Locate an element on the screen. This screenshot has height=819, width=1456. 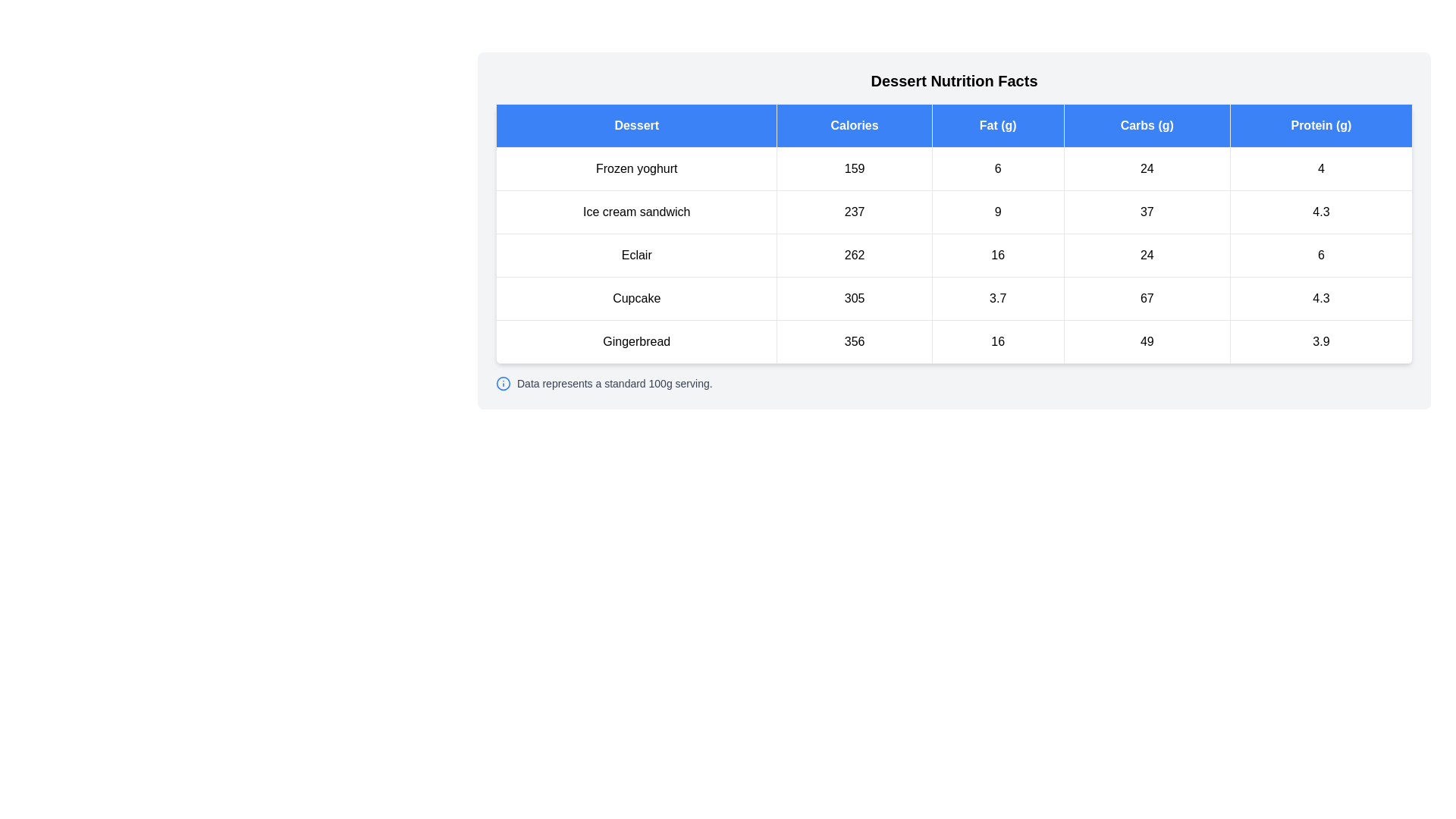
the row corresponding to Ice cream sandwich is located at coordinates (953, 212).